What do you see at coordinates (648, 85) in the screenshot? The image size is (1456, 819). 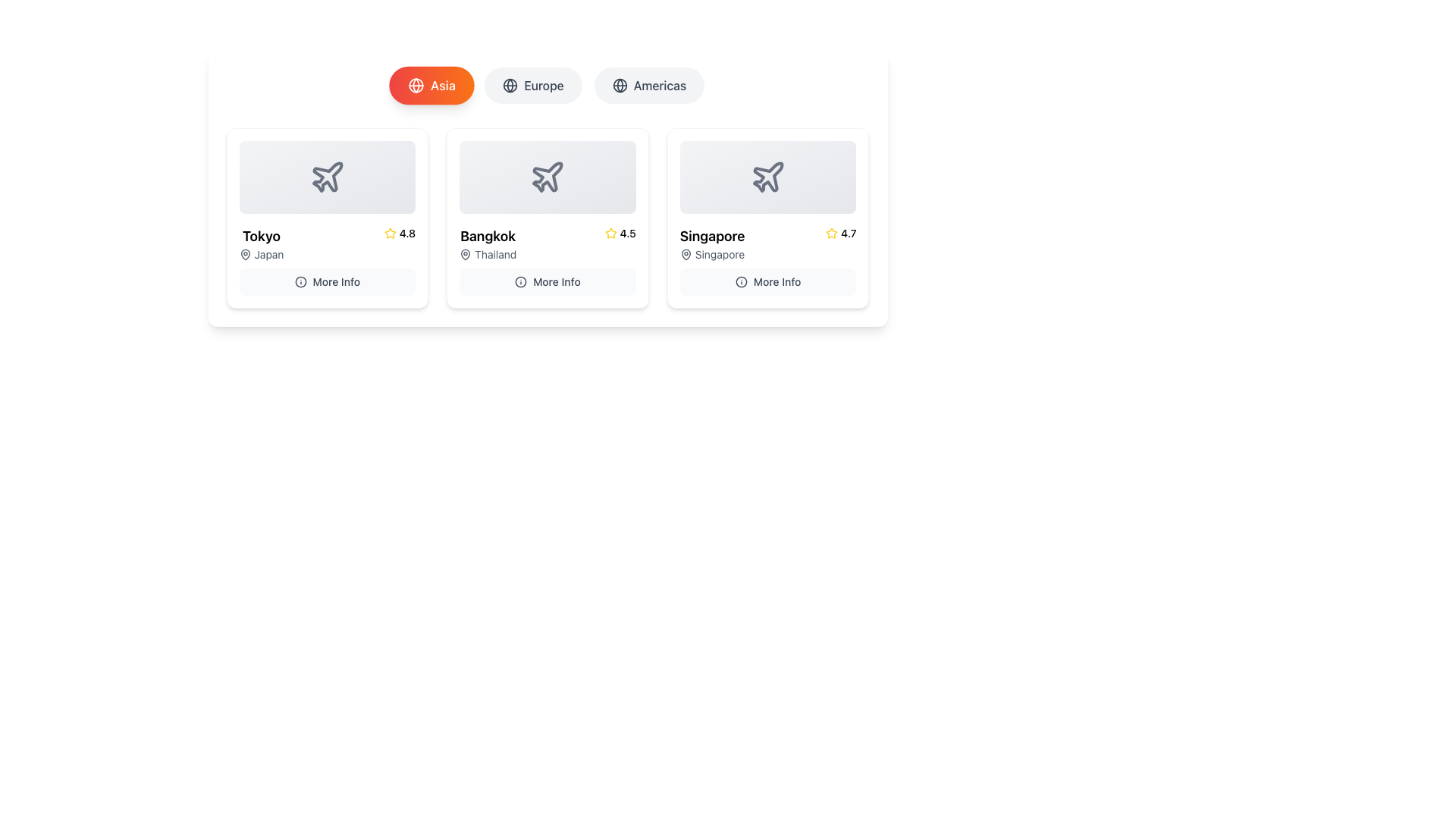 I see `the 'Americas' button, which is a rounded button with a grayish-white background and a globe icon on the left` at bounding box center [648, 85].